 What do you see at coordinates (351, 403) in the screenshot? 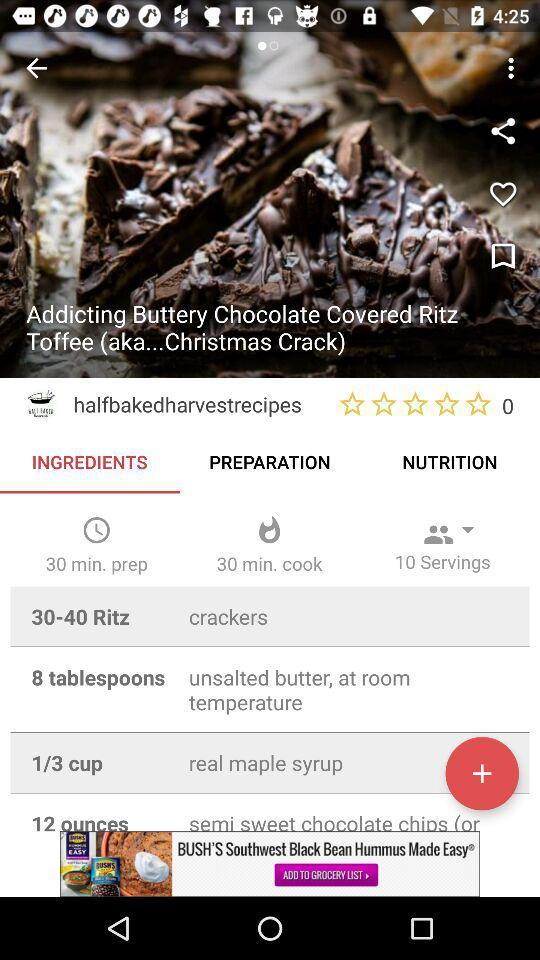
I see `the first star below toffee image` at bounding box center [351, 403].